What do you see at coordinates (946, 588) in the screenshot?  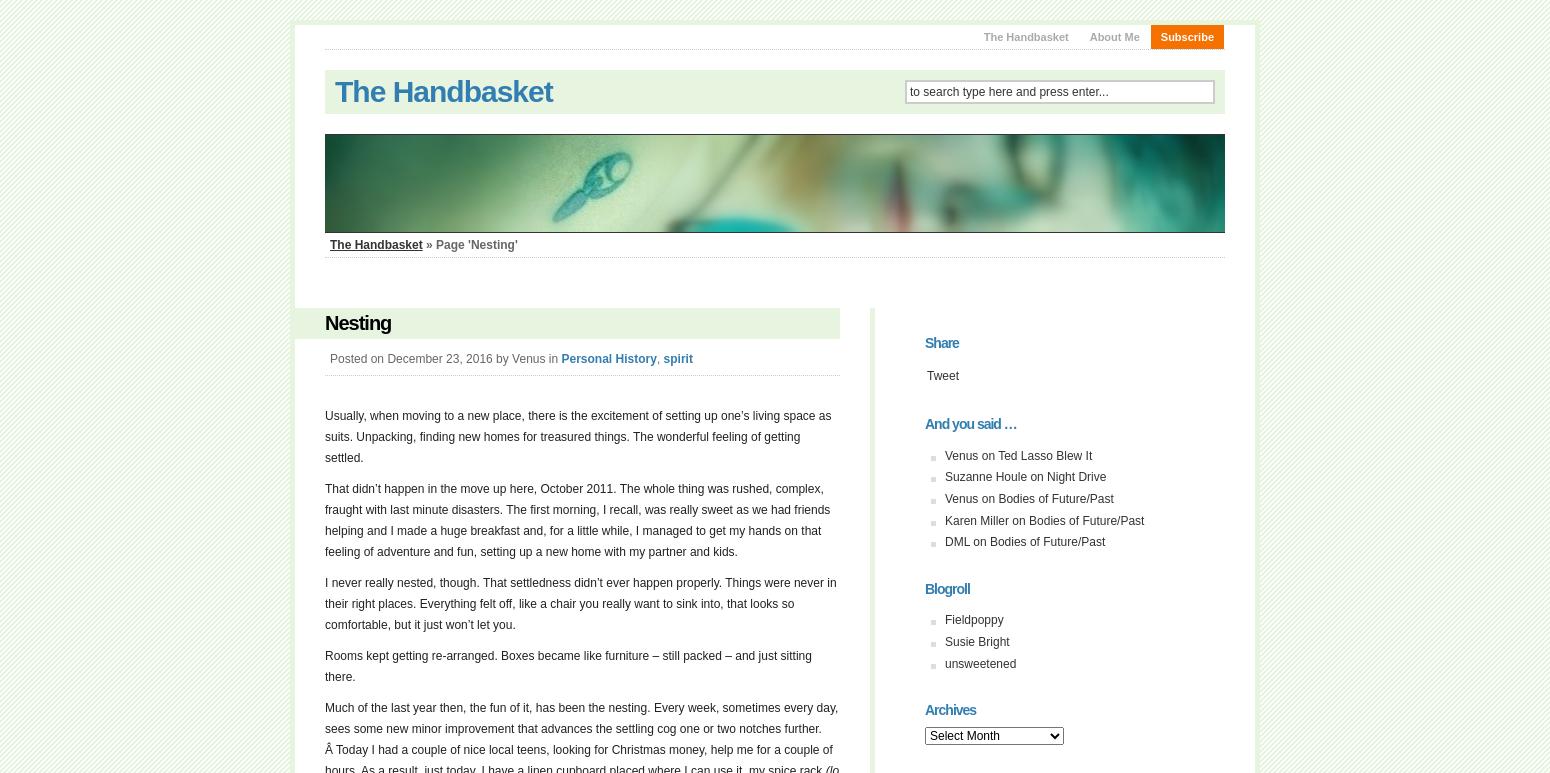 I see `'Blogroll'` at bounding box center [946, 588].